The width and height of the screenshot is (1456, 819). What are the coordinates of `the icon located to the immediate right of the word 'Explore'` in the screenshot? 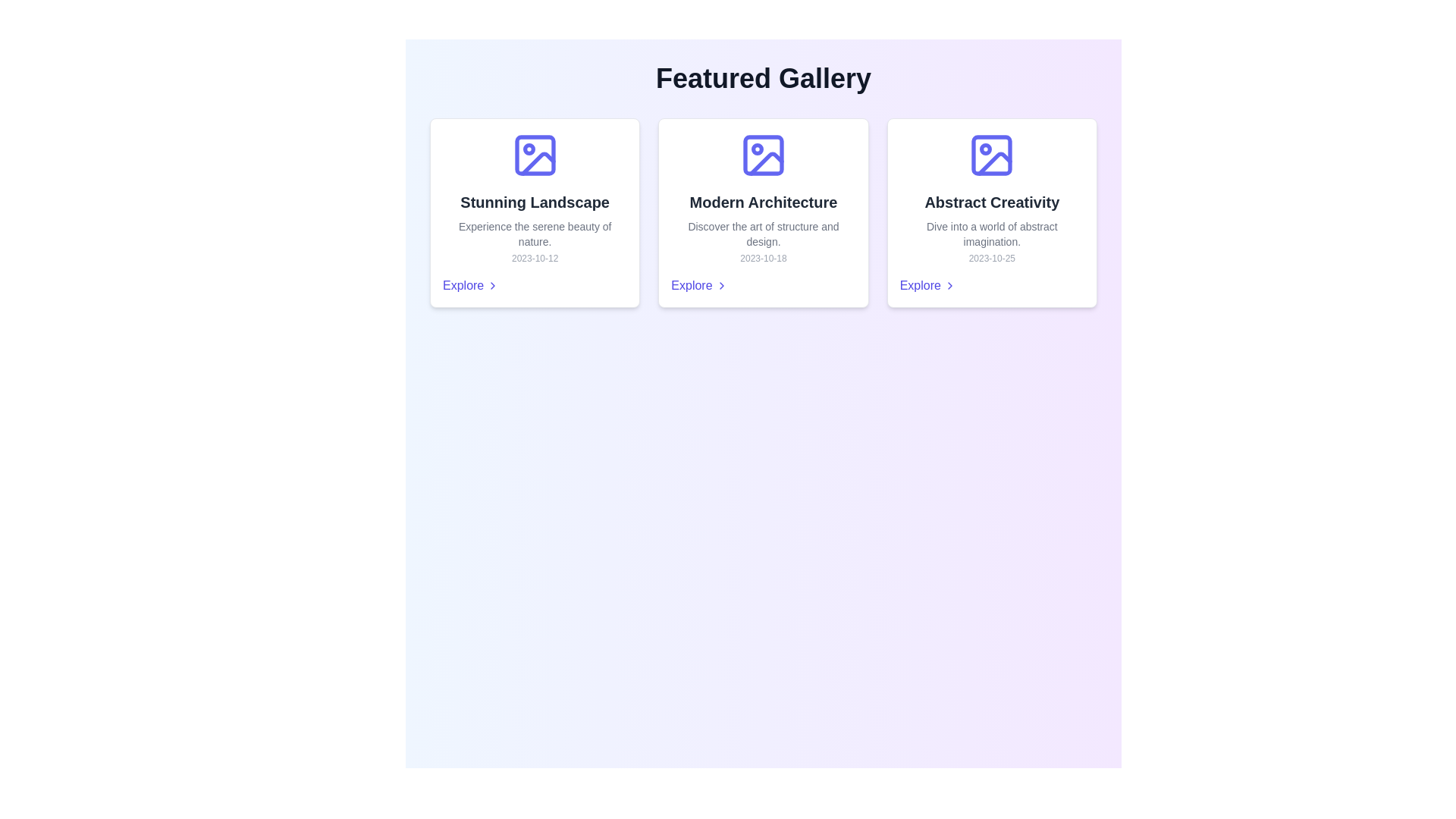 It's located at (720, 286).